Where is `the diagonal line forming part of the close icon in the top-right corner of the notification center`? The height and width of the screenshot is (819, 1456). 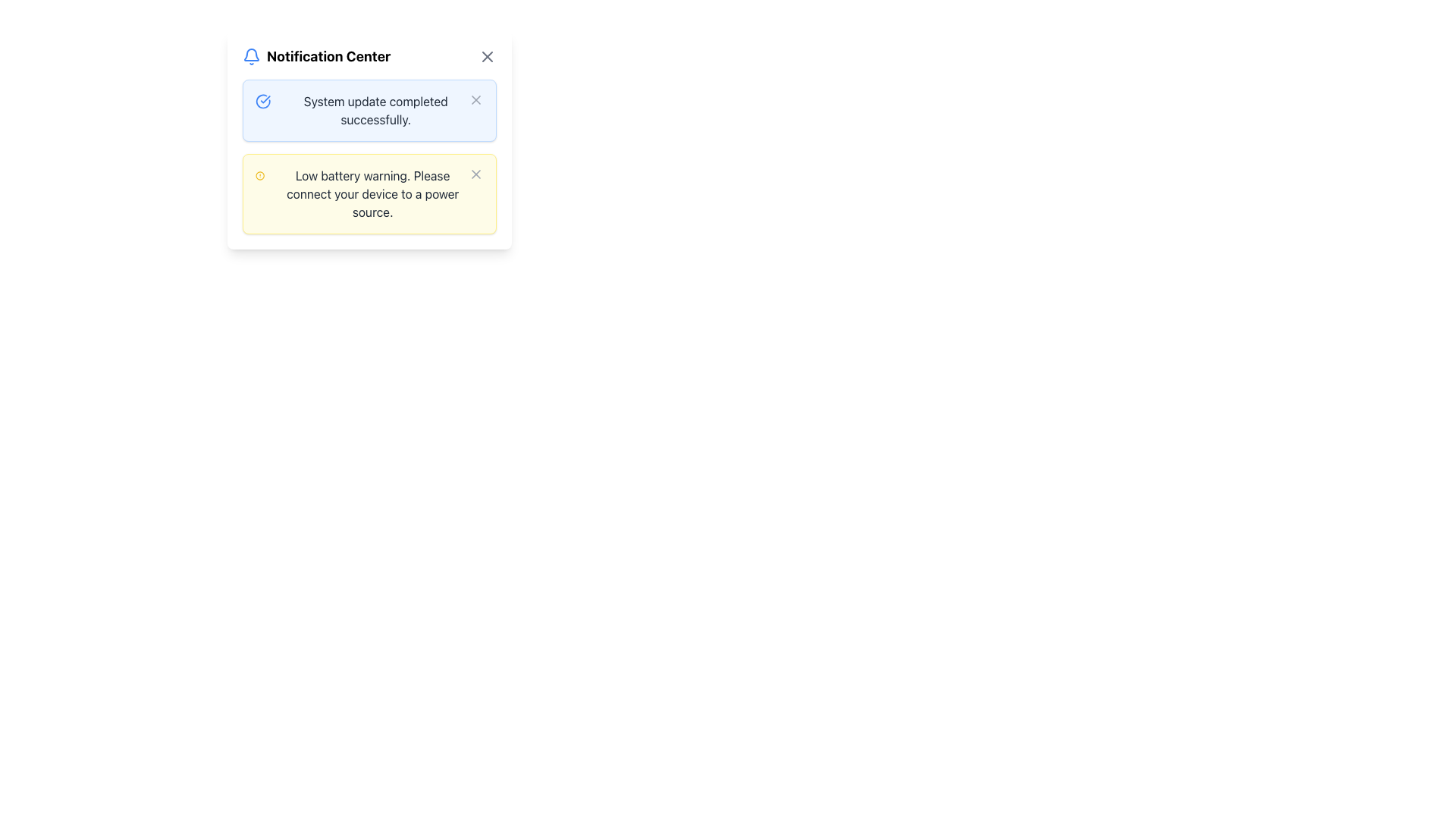 the diagonal line forming part of the close icon in the top-right corner of the notification center is located at coordinates (488, 55).